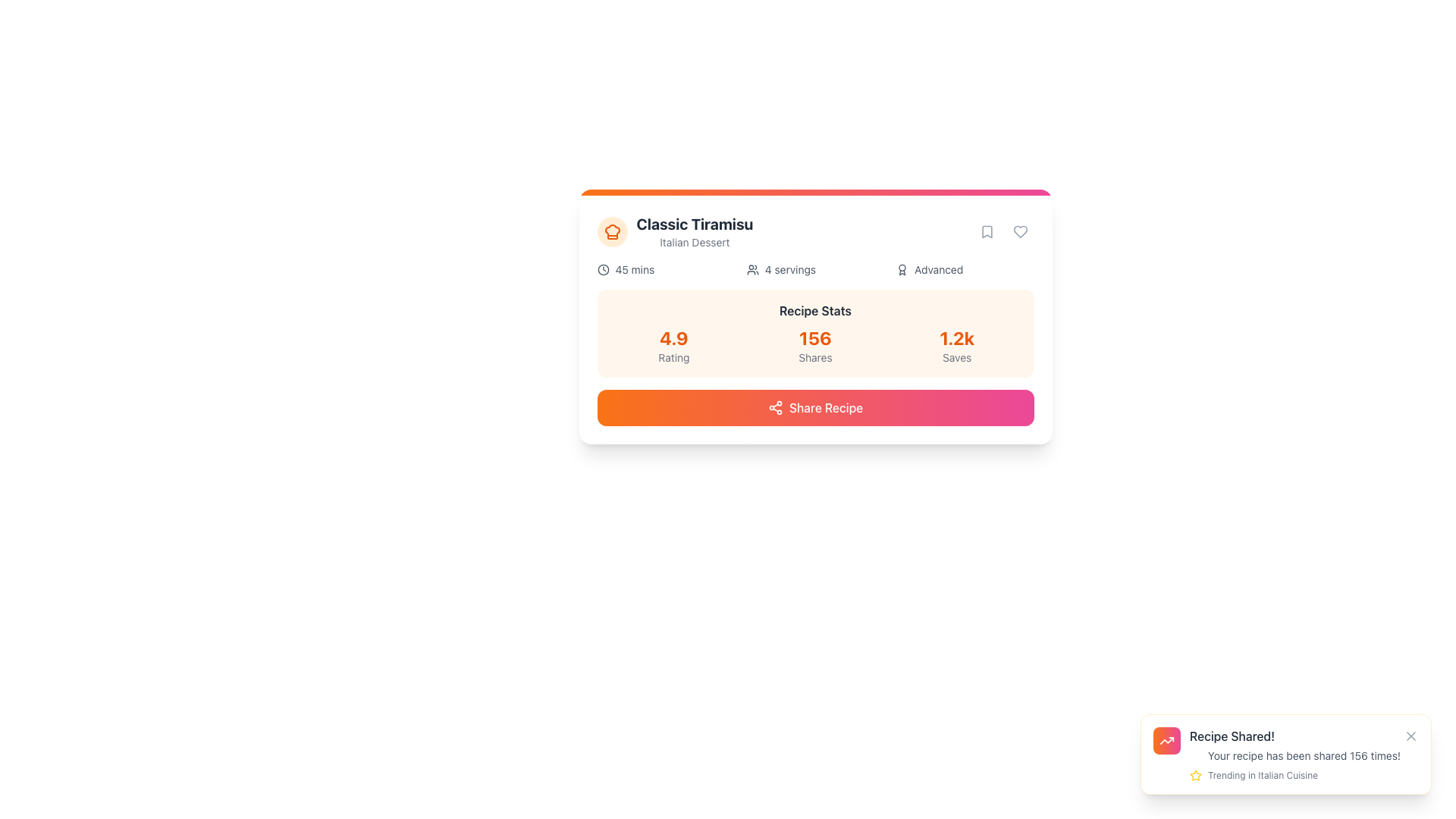 The image size is (1456, 819). I want to click on the icon representing a group or multiple users, which is located to the left of the text '4 servings', so click(752, 268).